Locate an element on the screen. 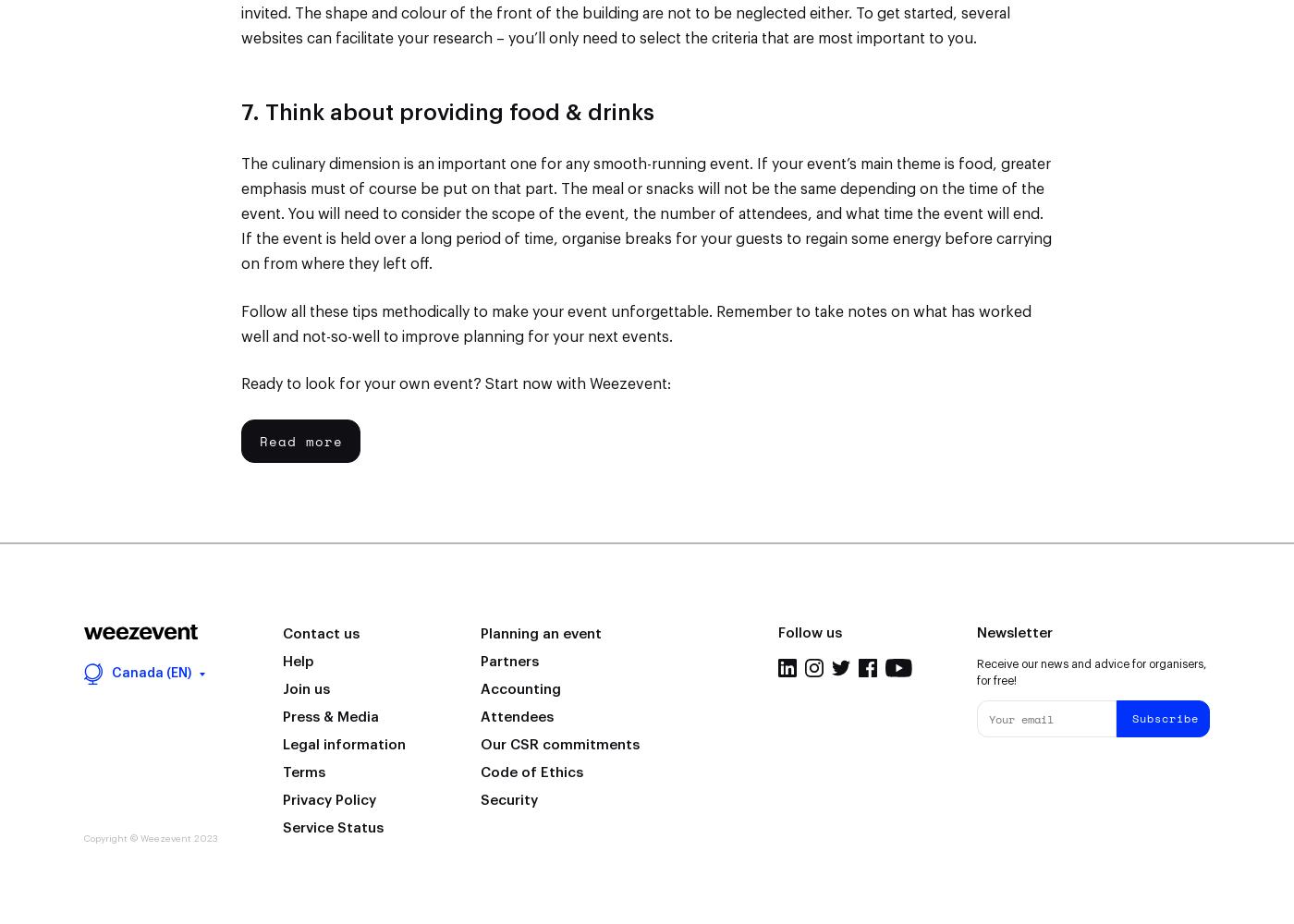  'Canada (FR)' is located at coordinates (149, 563).